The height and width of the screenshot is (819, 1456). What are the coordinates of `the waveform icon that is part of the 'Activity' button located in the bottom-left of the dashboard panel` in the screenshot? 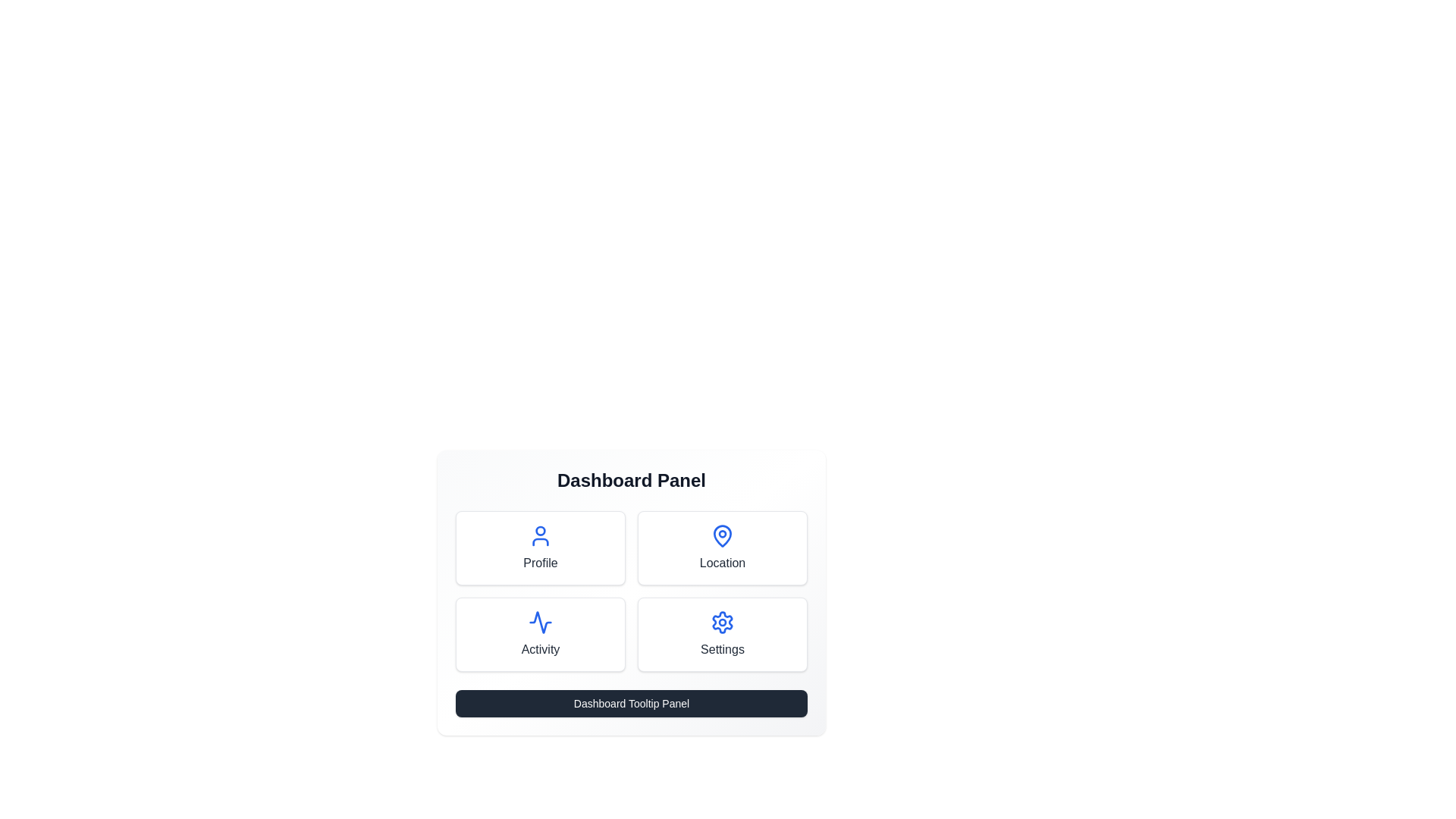 It's located at (541, 623).